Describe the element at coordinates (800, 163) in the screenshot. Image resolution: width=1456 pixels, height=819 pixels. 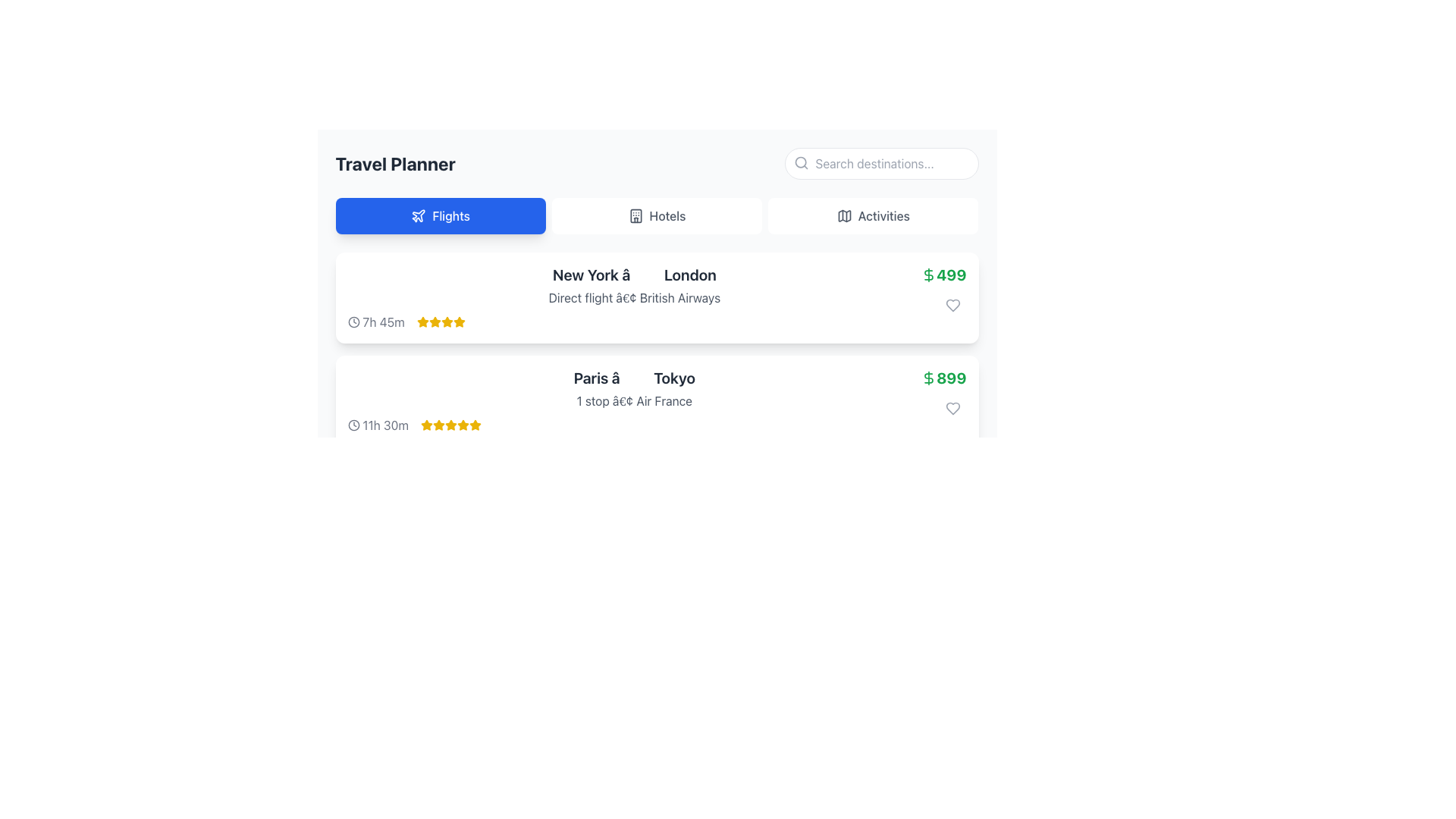
I see `the search icon located on the left side of the search bar, which indicates the field's purpose for search functionality` at that location.